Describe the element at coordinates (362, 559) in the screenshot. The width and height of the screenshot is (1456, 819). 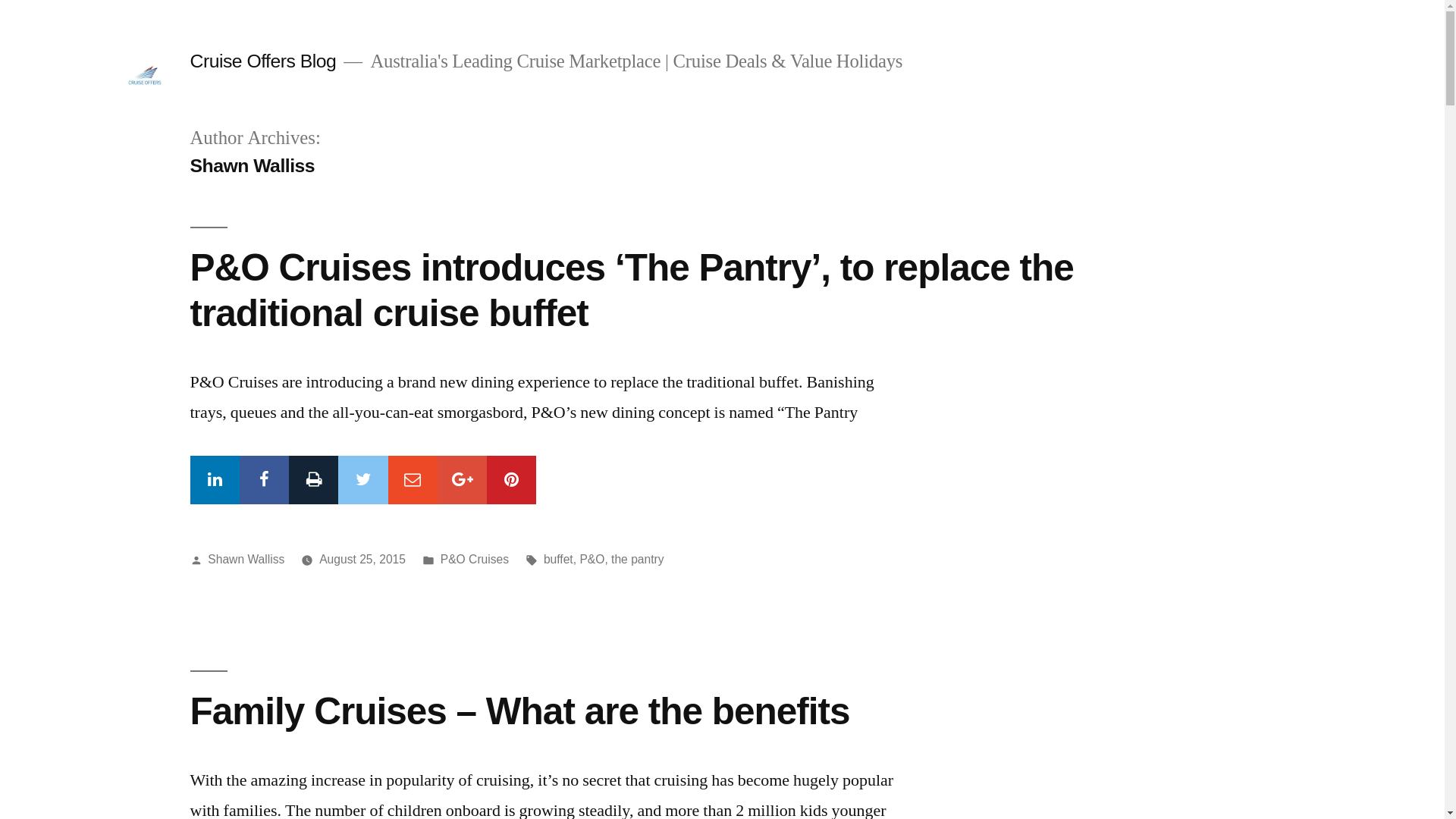
I see `'August 25, 2015'` at that location.